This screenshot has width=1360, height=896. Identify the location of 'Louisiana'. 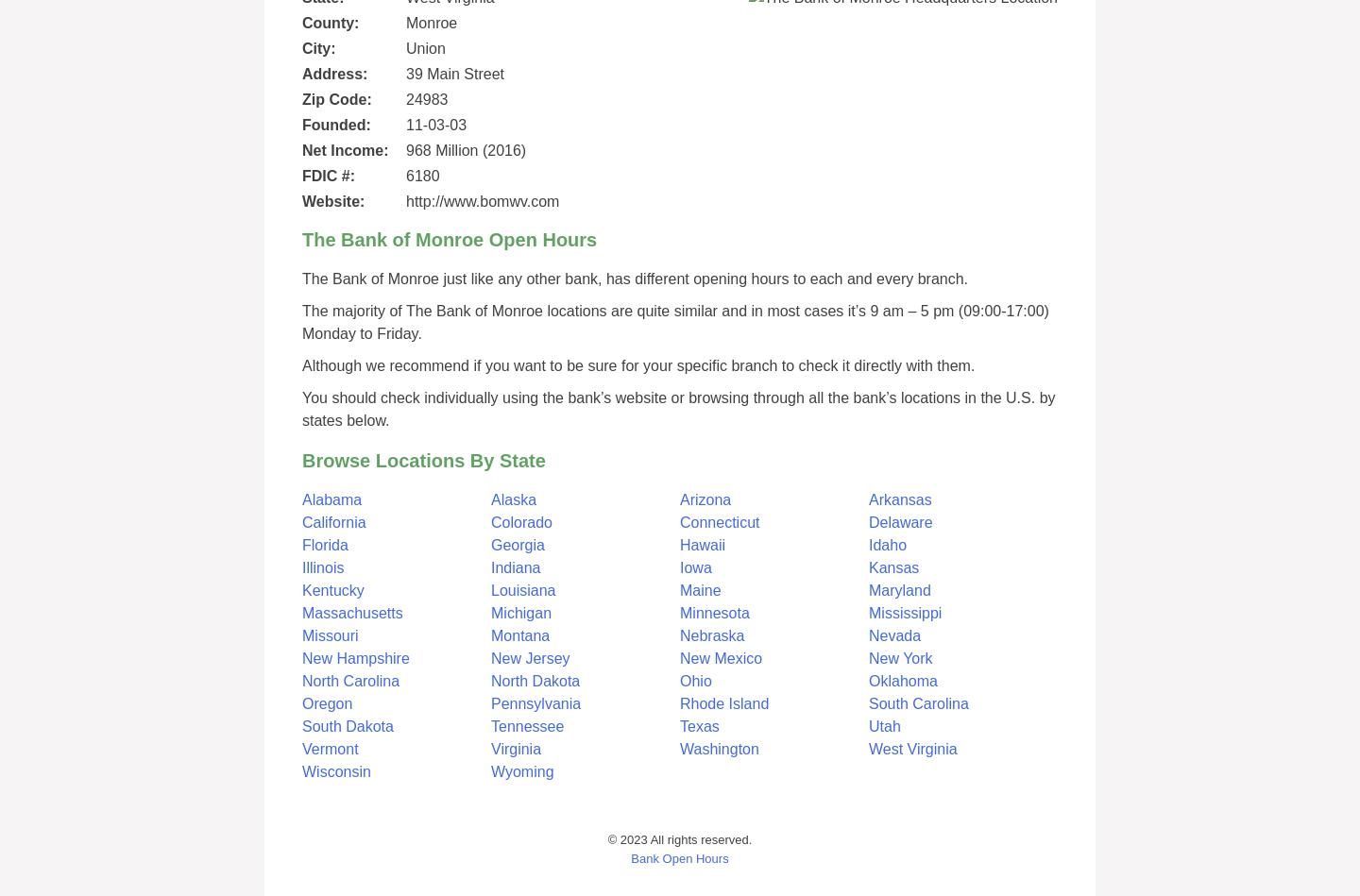
(522, 589).